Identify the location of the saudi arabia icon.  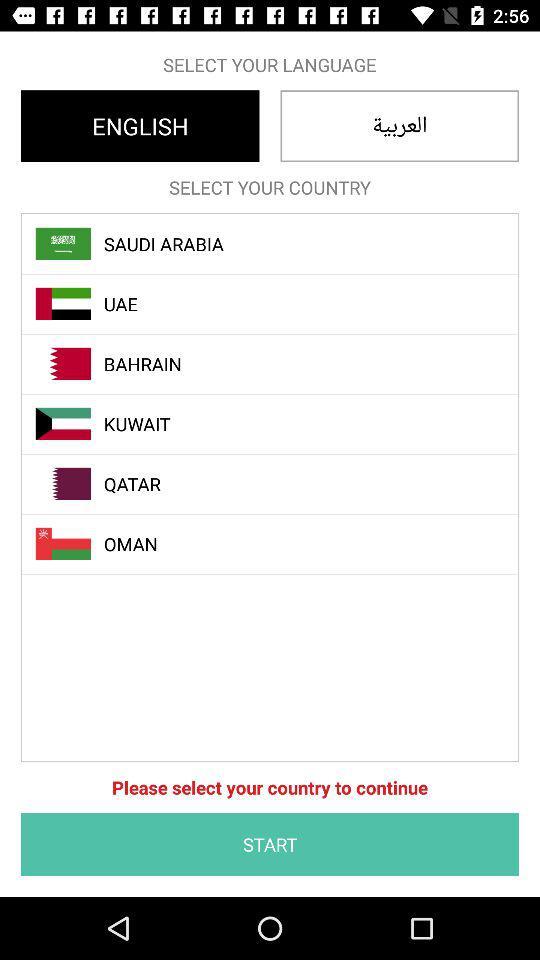
(280, 243).